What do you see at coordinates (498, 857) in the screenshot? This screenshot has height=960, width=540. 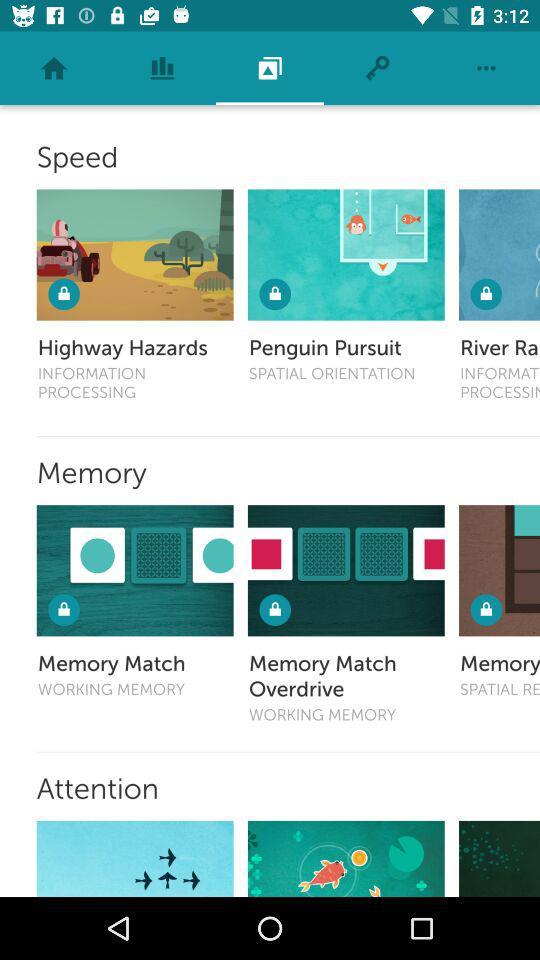 I see `unknown game` at bounding box center [498, 857].